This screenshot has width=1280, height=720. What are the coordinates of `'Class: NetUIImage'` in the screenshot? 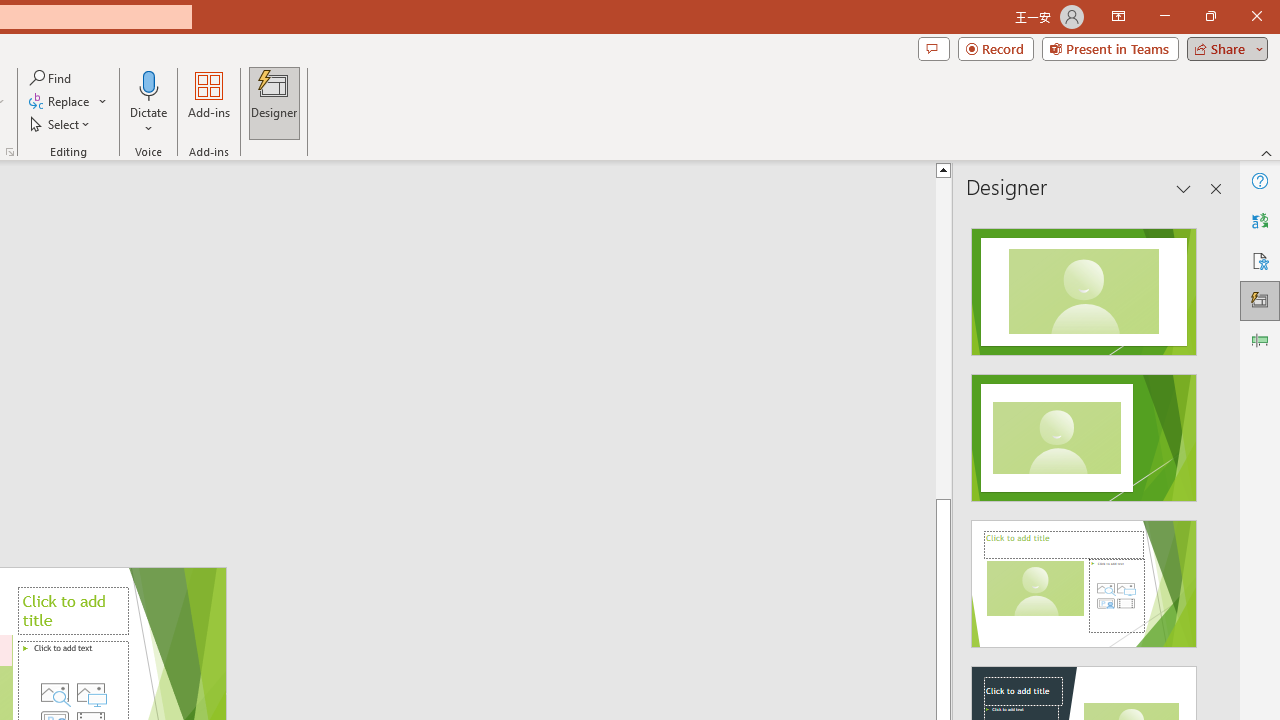 It's located at (1082, 584).